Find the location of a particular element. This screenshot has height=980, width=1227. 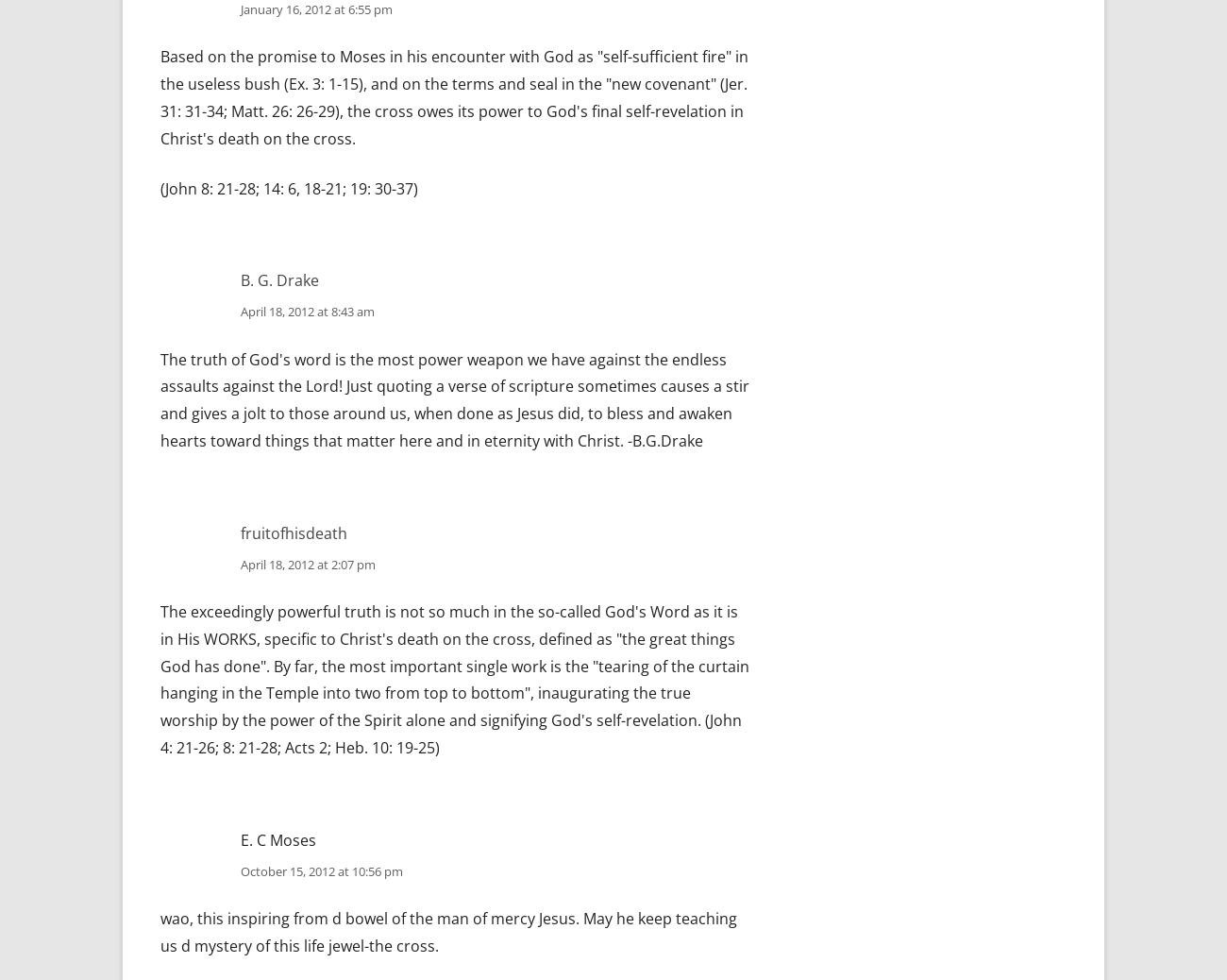

'The truth of God's word is the most power weapon we have against the endless assaults against the Lord! Just quoting a verse of scripture sometimes causes a stir and gives a jolt to those around us, when done as Jesus did, to bless and awaken hearts toward things that matter here and in eternity with Christ. -B.G.Drake' is located at coordinates (454, 399).